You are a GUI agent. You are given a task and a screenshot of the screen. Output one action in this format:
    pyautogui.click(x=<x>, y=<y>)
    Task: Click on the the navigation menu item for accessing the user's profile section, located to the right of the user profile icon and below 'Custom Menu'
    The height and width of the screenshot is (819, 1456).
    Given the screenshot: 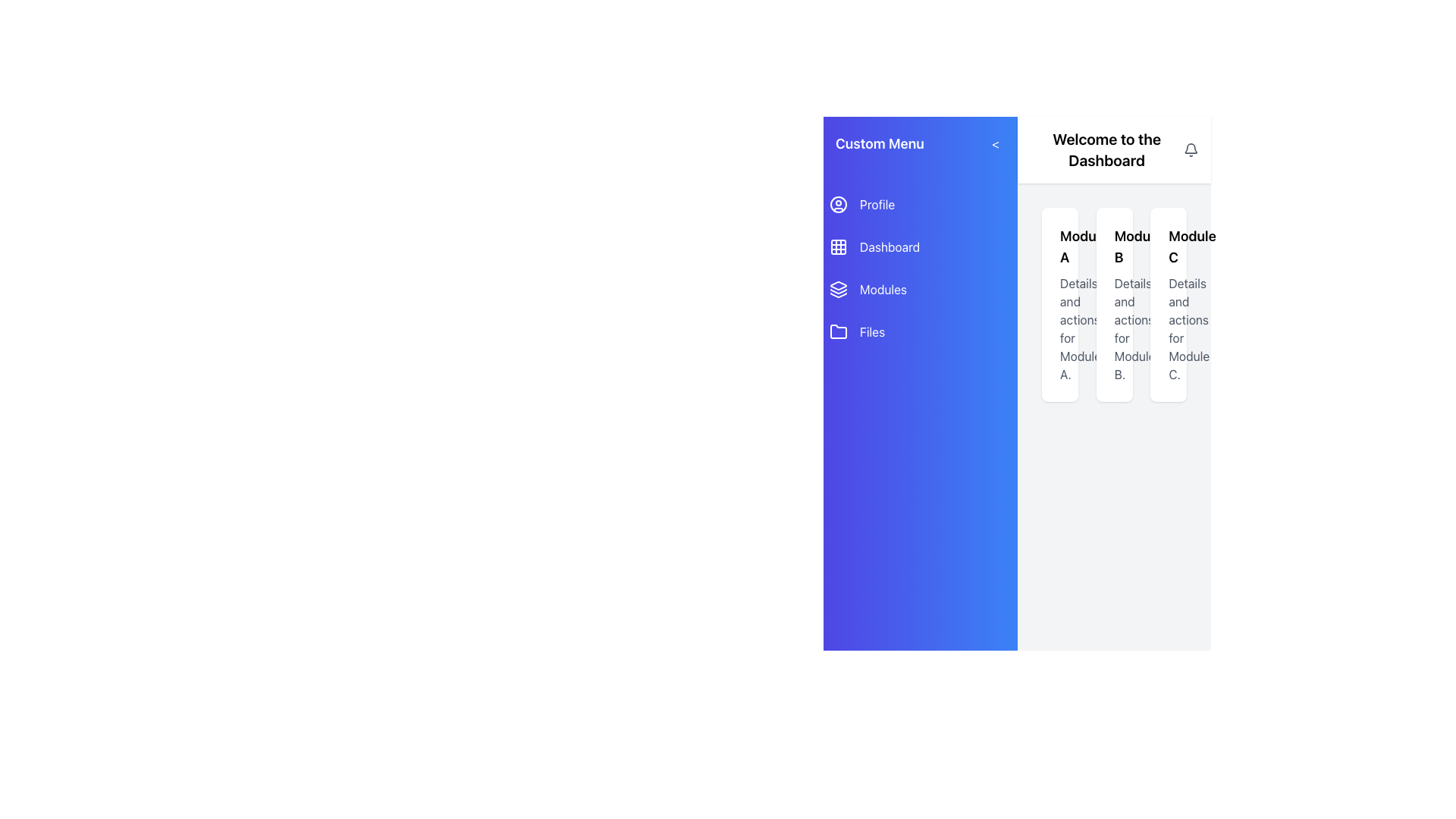 What is the action you would take?
    pyautogui.click(x=877, y=205)
    